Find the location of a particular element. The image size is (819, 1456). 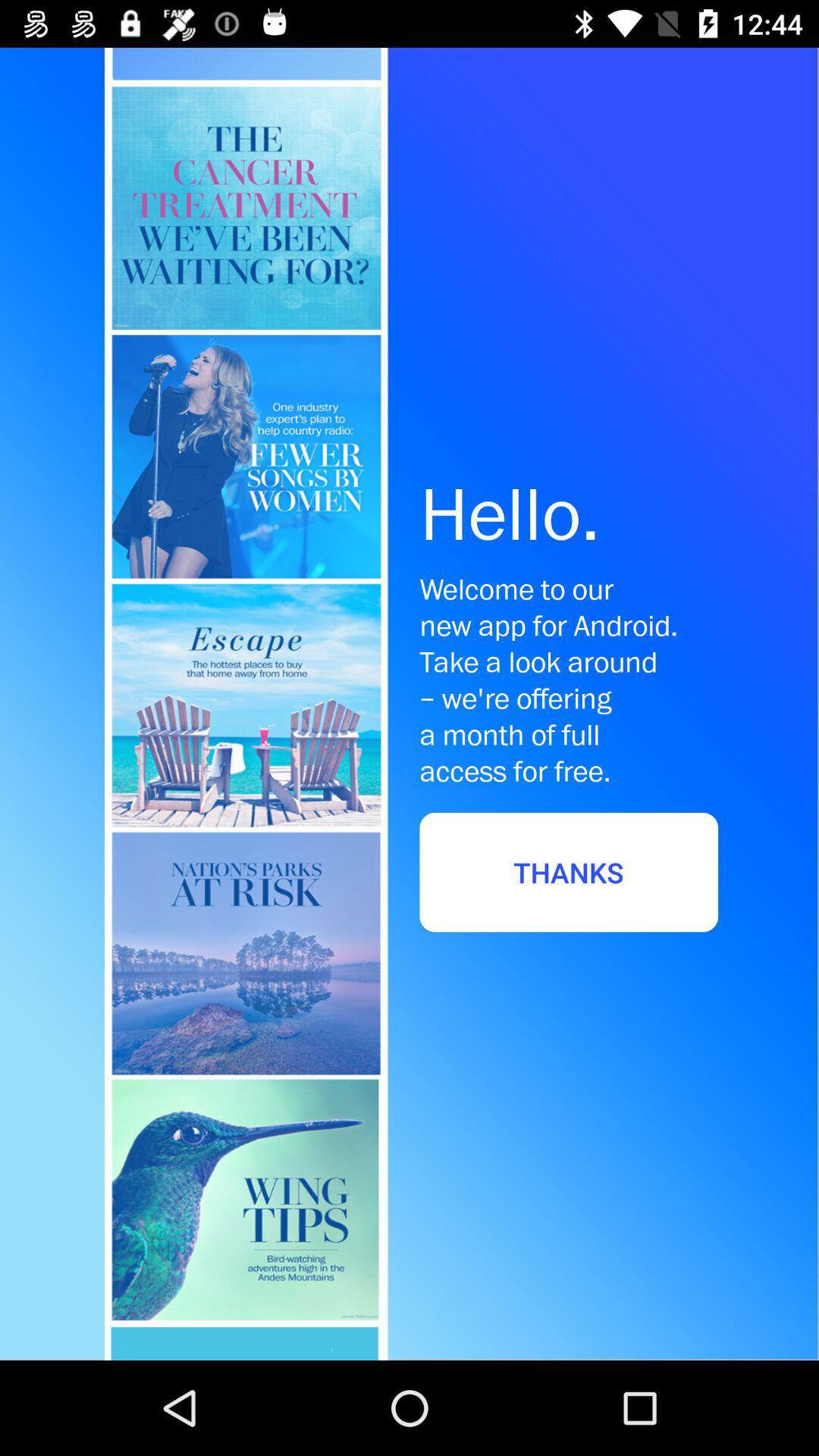

thanks button is located at coordinates (569, 872).